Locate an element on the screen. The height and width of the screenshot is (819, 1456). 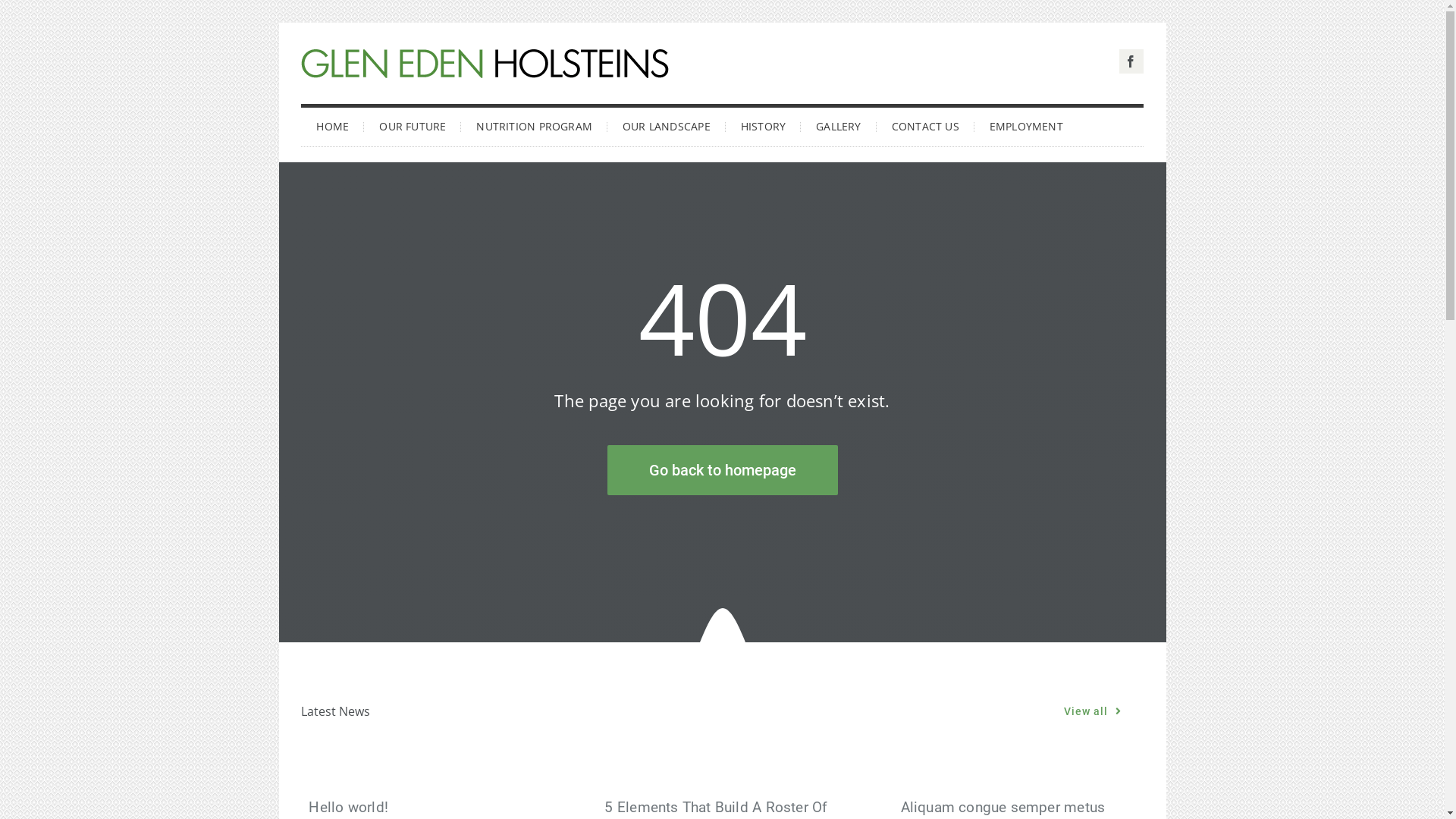
'Hello world!' is located at coordinates (308, 806).